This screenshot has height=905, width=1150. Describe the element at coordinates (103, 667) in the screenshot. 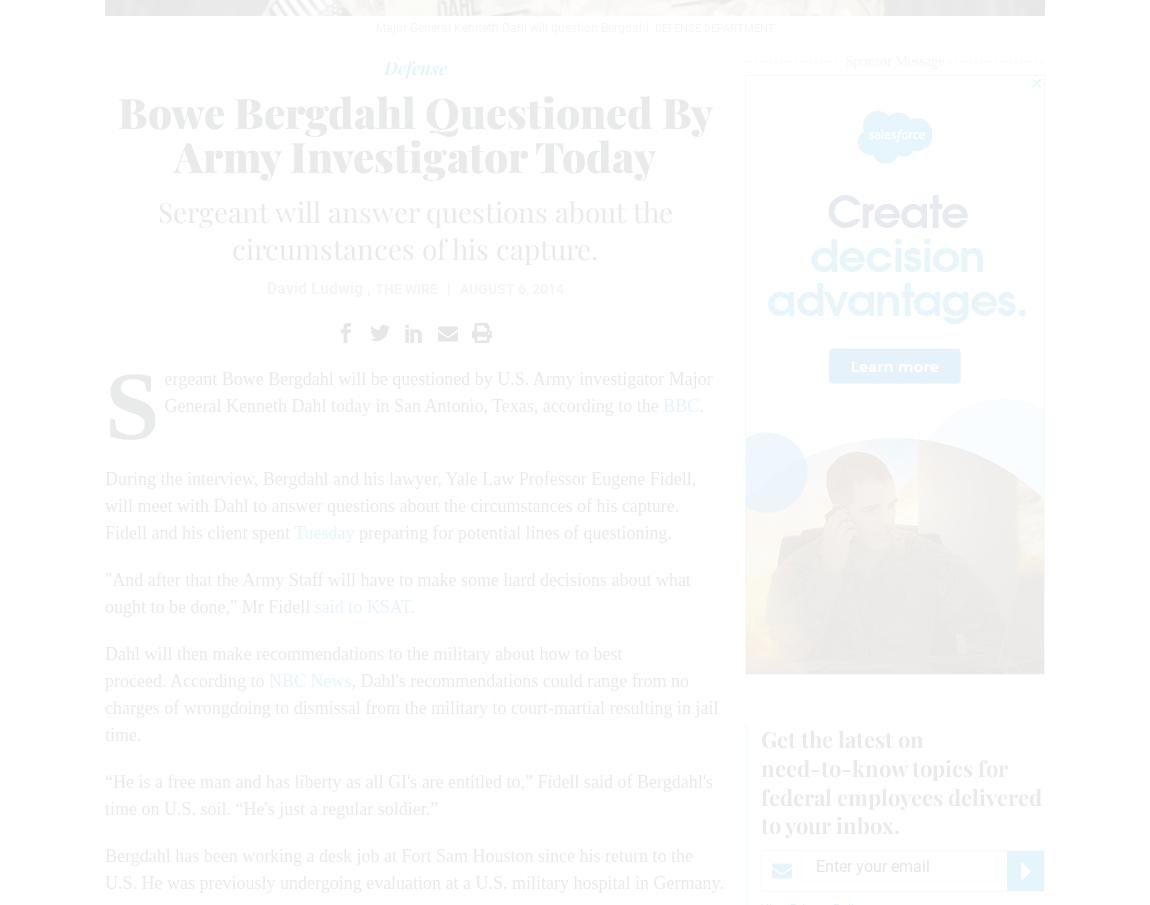

I see `'Dahl will then make recommendations to the military about how to best proceed. According to'` at that location.